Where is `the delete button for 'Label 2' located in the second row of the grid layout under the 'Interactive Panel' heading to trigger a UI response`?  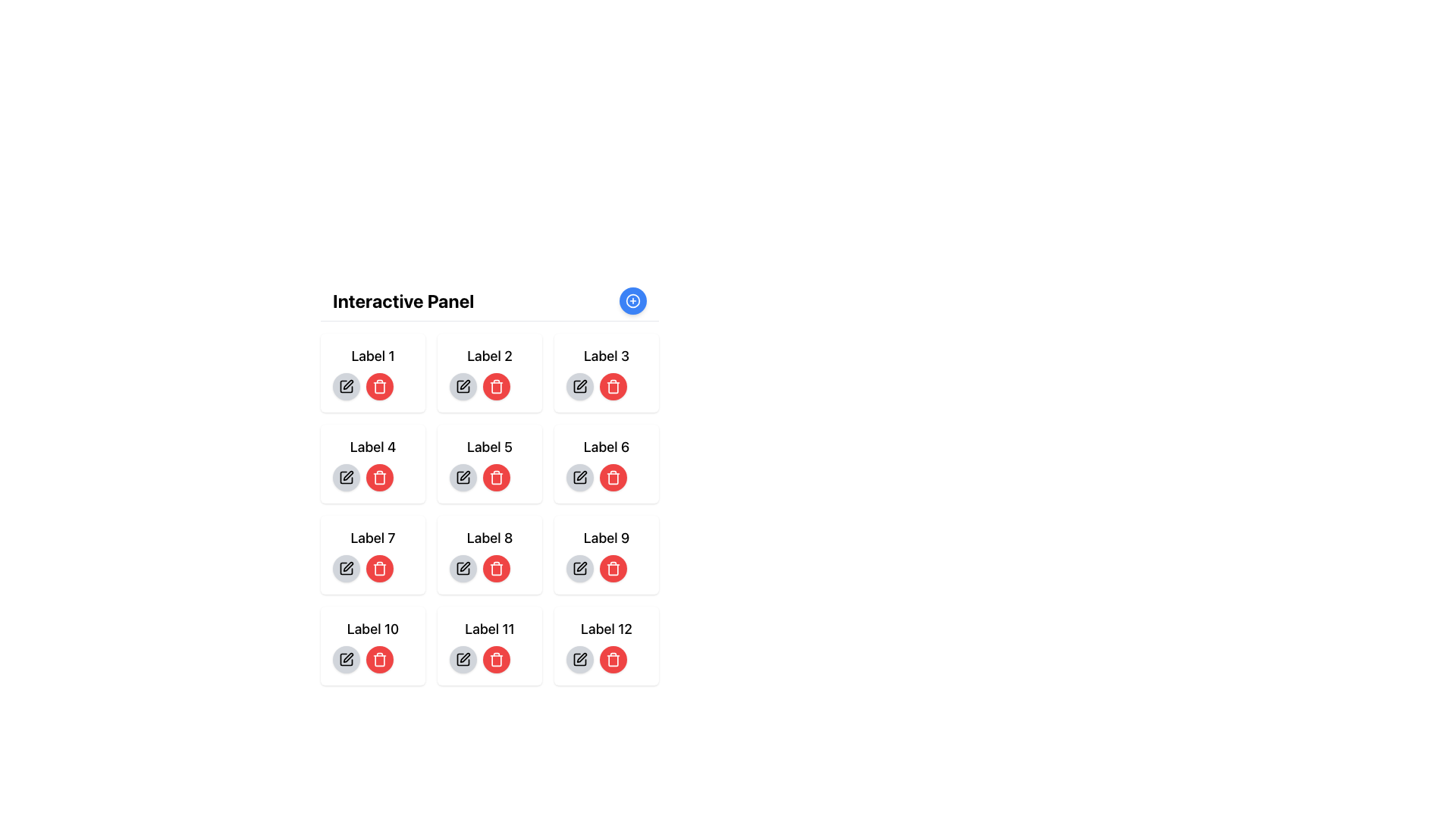
the delete button for 'Label 2' located in the second row of the grid layout under the 'Interactive Panel' heading to trigger a UI response is located at coordinates (496, 385).